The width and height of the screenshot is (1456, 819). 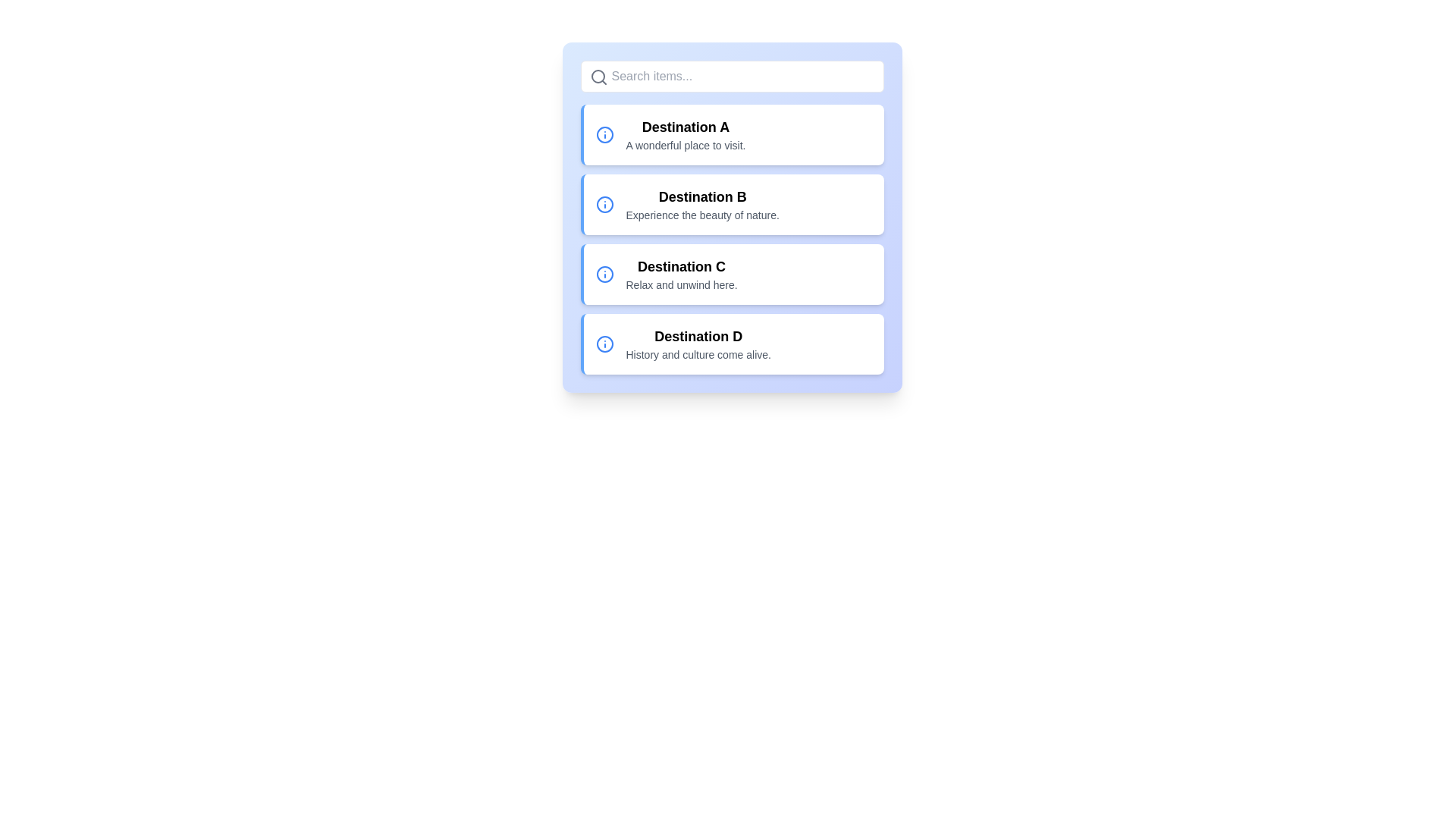 What do you see at coordinates (604, 275) in the screenshot?
I see `the Informational Icon located on the left side of the text content in the 'Destination C' section` at bounding box center [604, 275].